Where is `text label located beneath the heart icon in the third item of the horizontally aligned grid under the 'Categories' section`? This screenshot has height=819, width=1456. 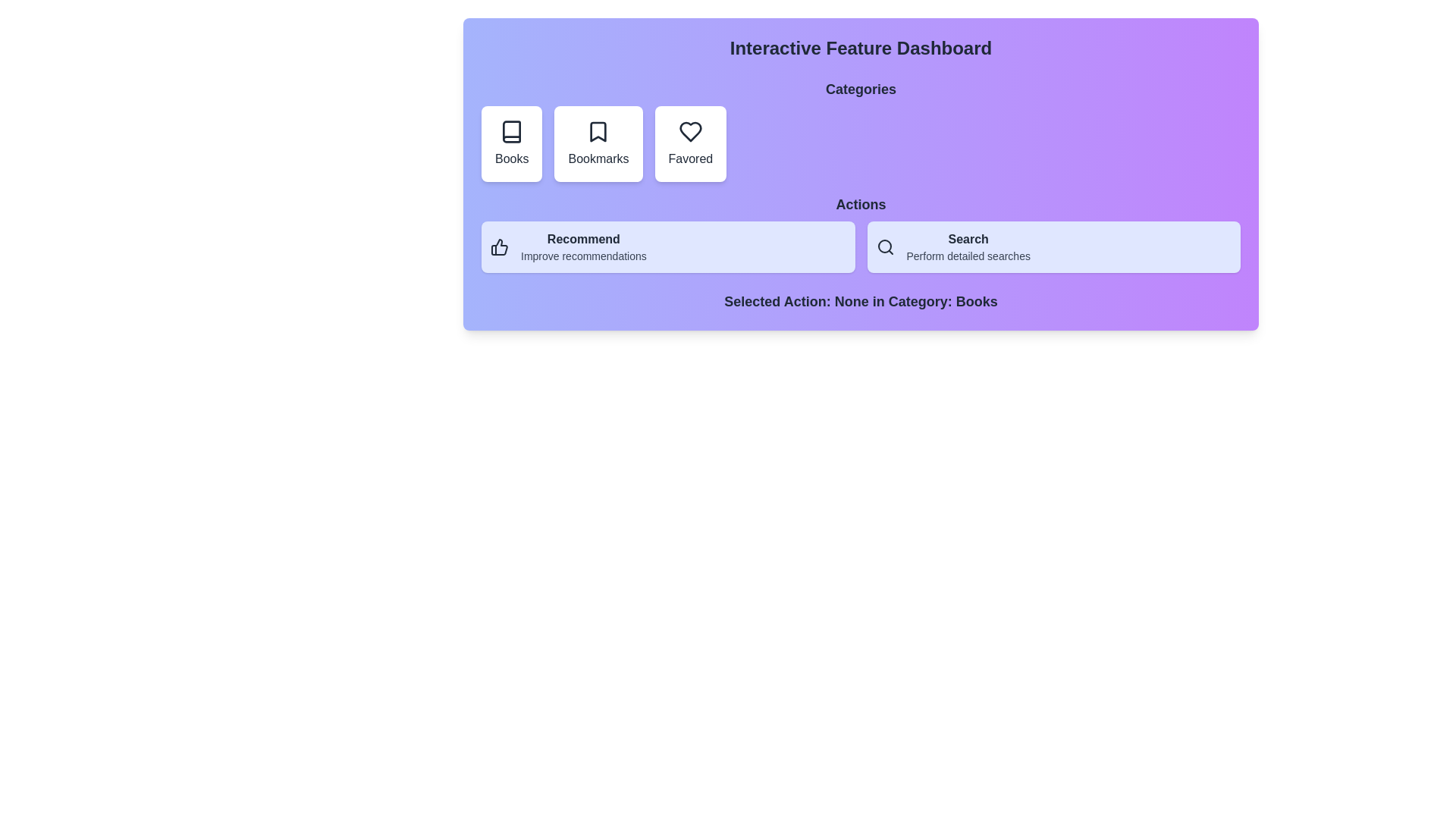 text label located beneath the heart icon in the third item of the horizontally aligned grid under the 'Categories' section is located at coordinates (689, 158).